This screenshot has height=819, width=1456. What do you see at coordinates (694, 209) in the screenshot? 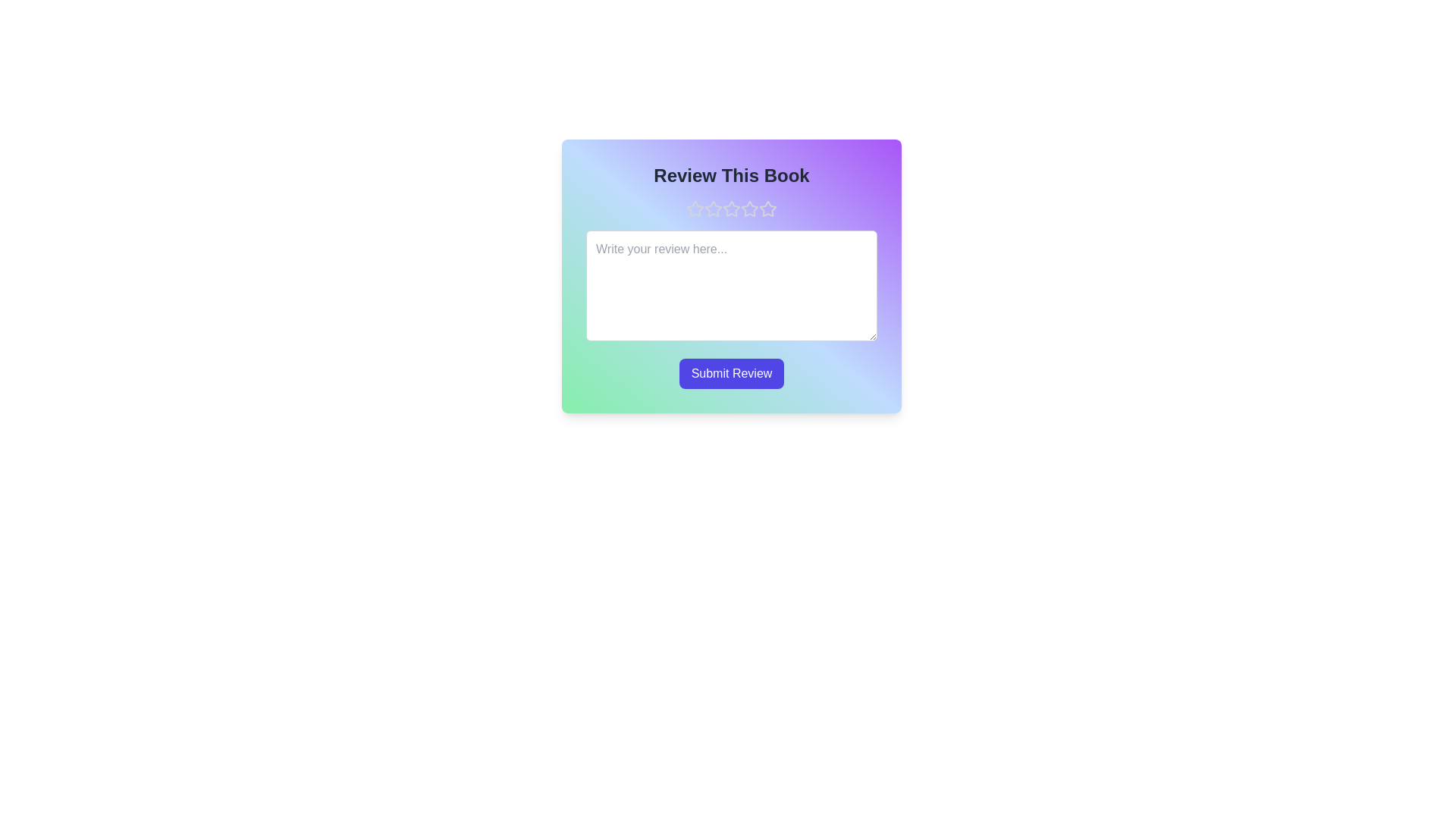
I see `the star corresponding to 1 stars to preview the rating` at bounding box center [694, 209].